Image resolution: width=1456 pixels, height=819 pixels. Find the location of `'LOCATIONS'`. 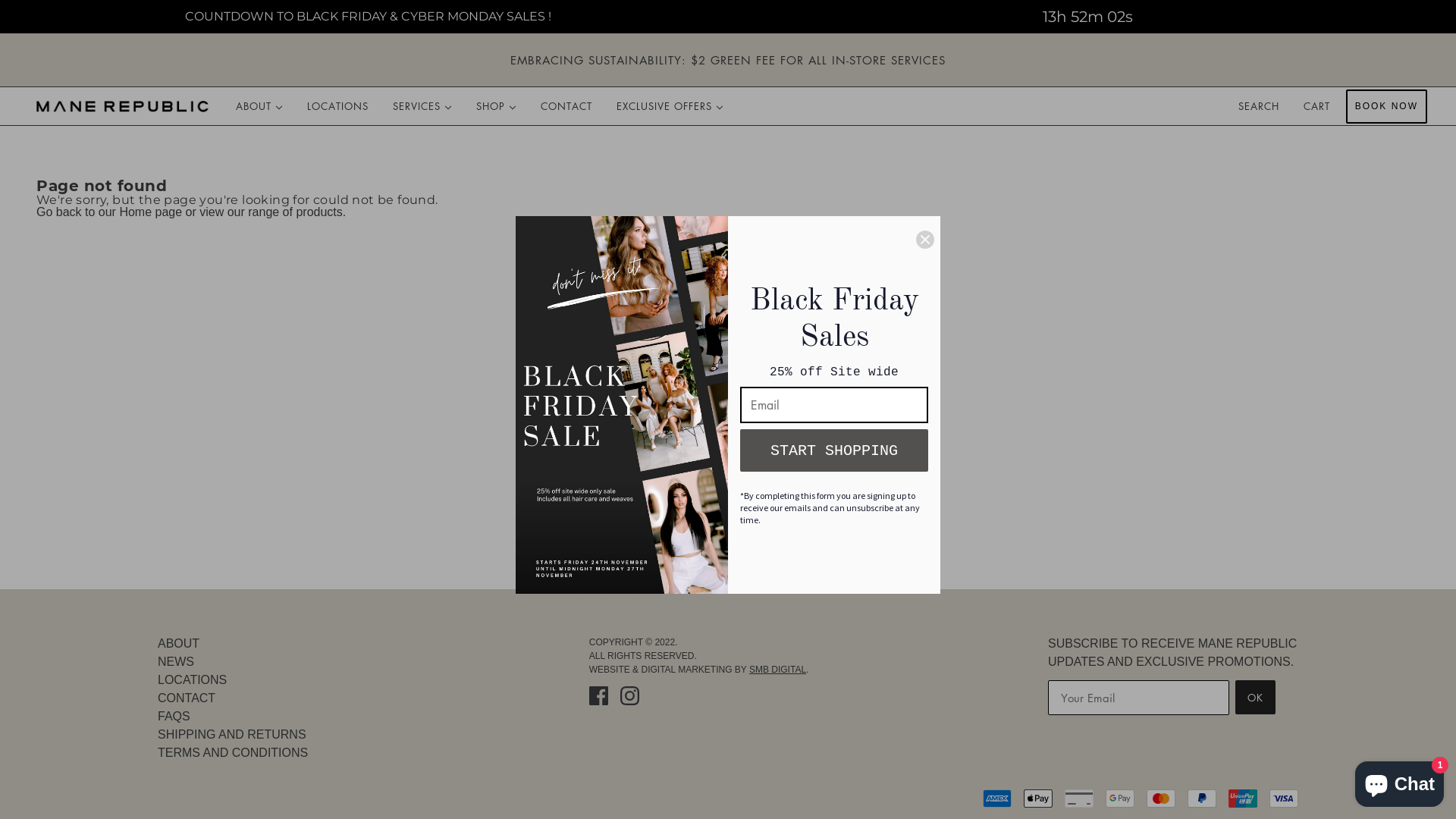

'LOCATIONS' is located at coordinates (337, 105).